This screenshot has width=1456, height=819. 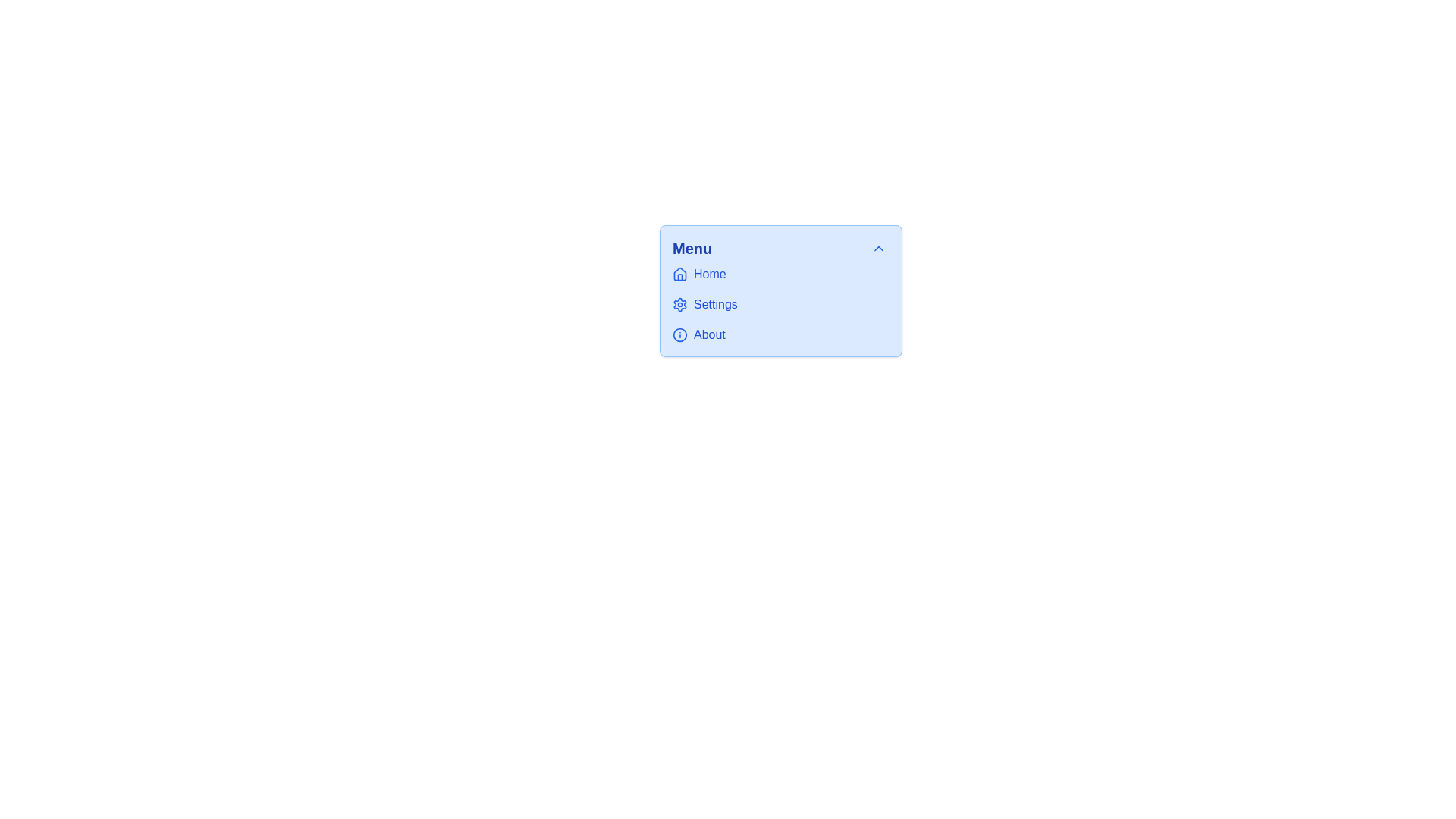 I want to click on text of the third menu item in the vertical list, which is located below 'Home' and 'Settings', and is aligned with an icon on the left, so click(x=709, y=334).